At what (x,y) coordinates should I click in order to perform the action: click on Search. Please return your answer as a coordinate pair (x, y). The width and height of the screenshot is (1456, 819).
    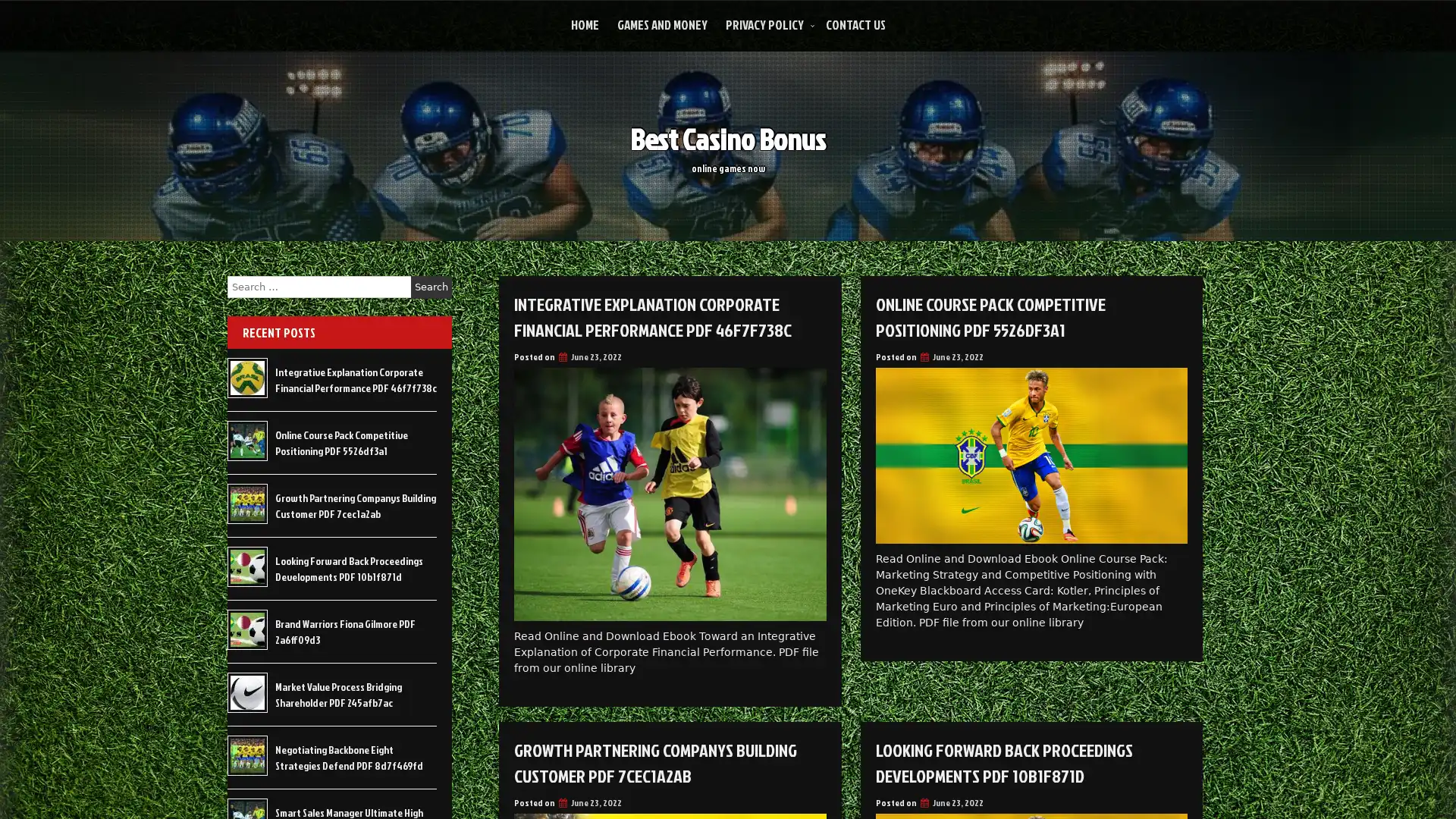
    Looking at the image, I should click on (431, 287).